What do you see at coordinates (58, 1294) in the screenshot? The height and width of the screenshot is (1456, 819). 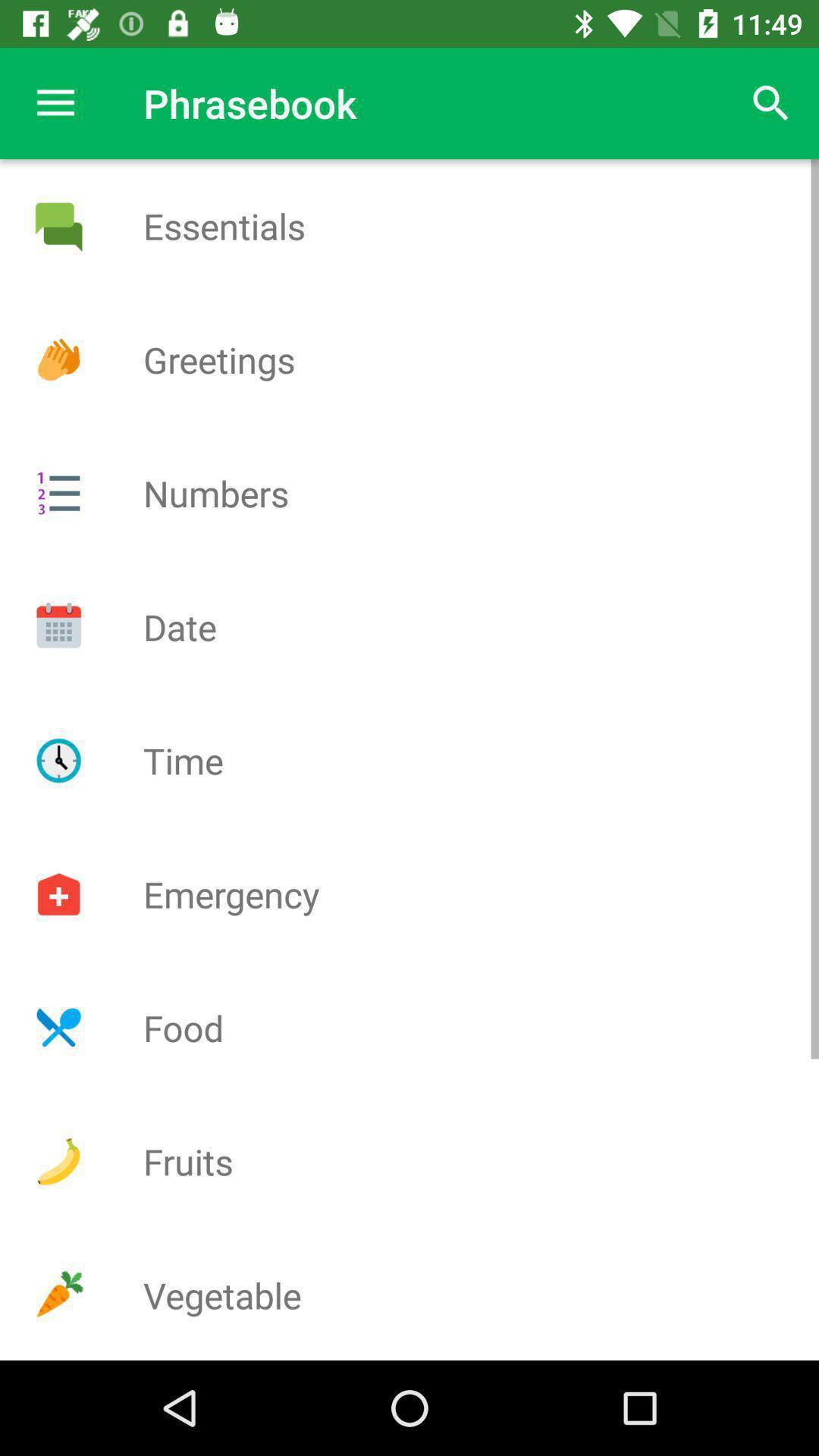 I see `vegetable option` at bounding box center [58, 1294].